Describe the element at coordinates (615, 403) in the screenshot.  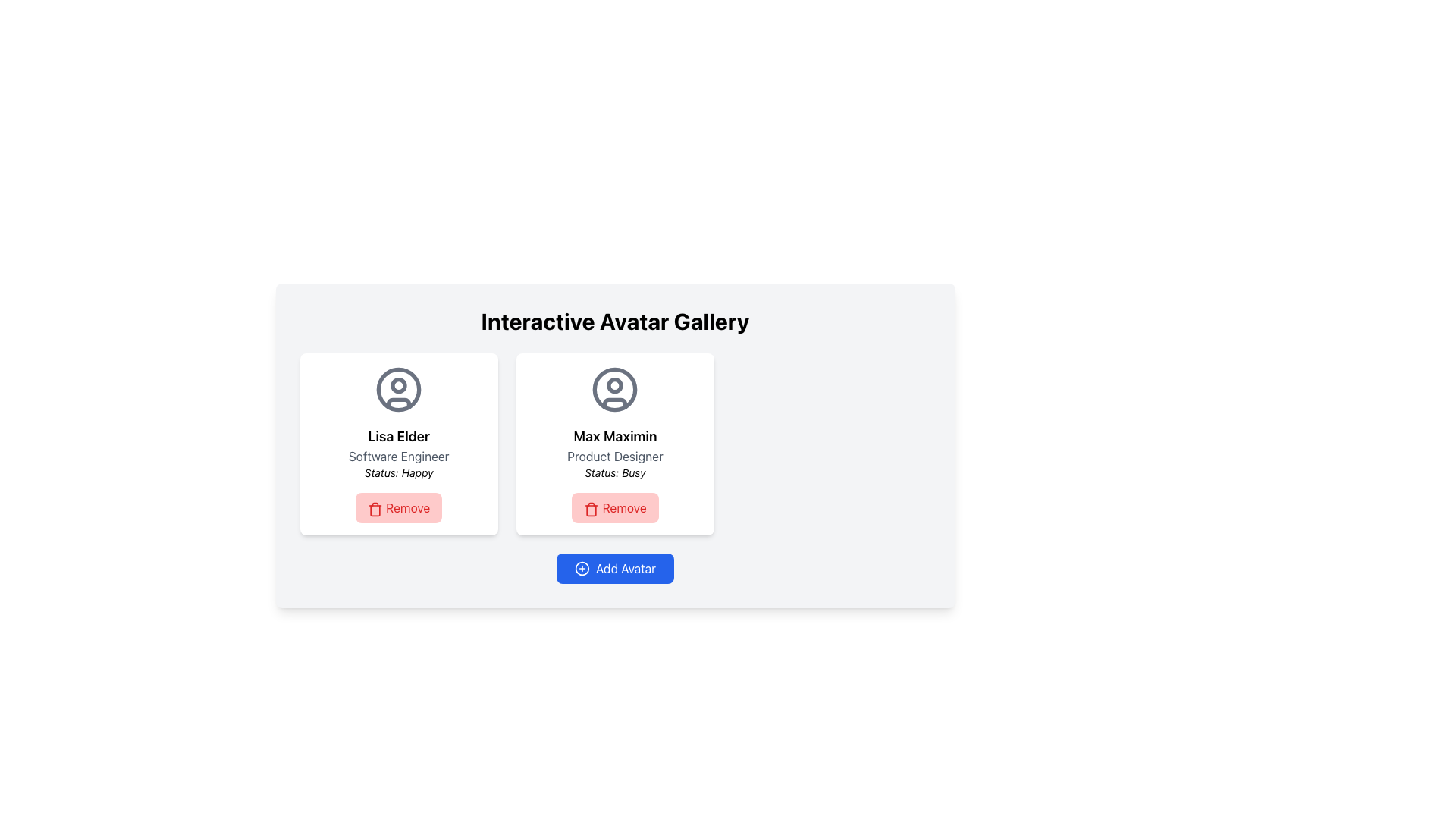
I see `the decorative graphic element that is part of the user avatar illustration for 'Max Maximin', located below the gray circle representing the head in the second card of the 'Interactive Avatar Gallery'` at that location.